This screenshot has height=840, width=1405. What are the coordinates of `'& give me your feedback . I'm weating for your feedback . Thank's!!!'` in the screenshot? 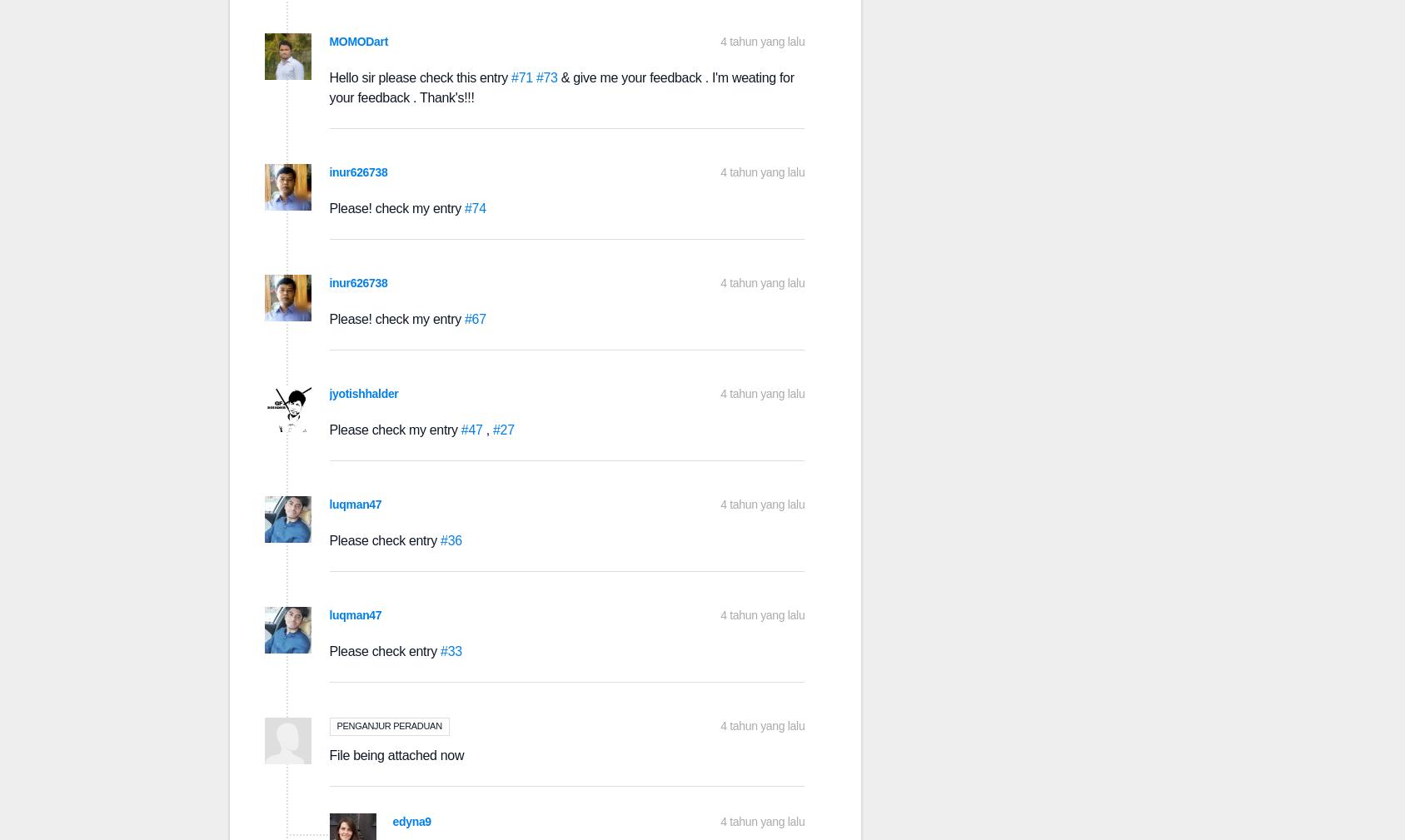 It's located at (561, 87).